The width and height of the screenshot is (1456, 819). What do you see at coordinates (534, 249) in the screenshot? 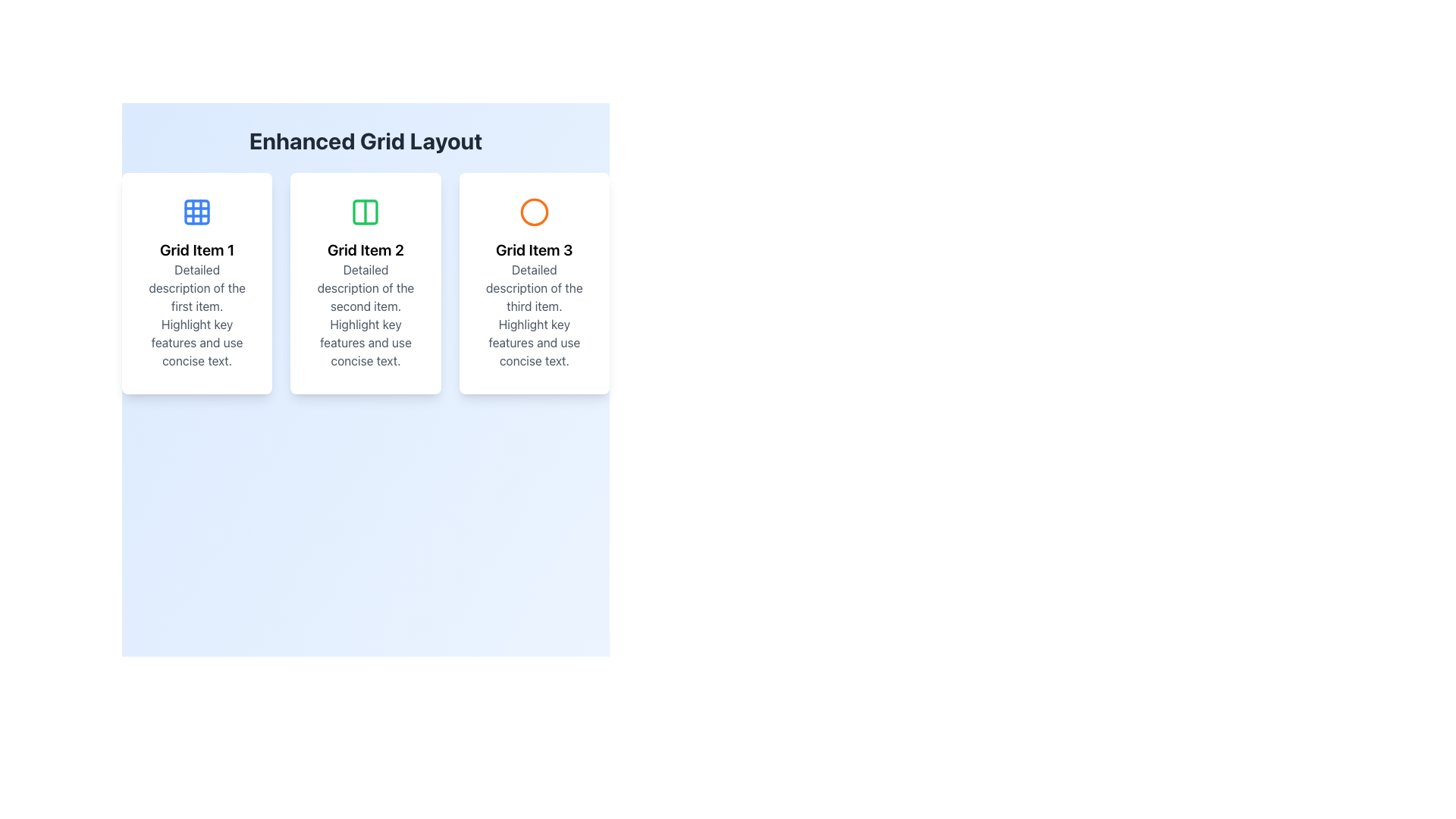
I see `the text label styled with bold and large font size reading 'Grid Item 3', which serves as the title for the third column in the grid layout` at bounding box center [534, 249].